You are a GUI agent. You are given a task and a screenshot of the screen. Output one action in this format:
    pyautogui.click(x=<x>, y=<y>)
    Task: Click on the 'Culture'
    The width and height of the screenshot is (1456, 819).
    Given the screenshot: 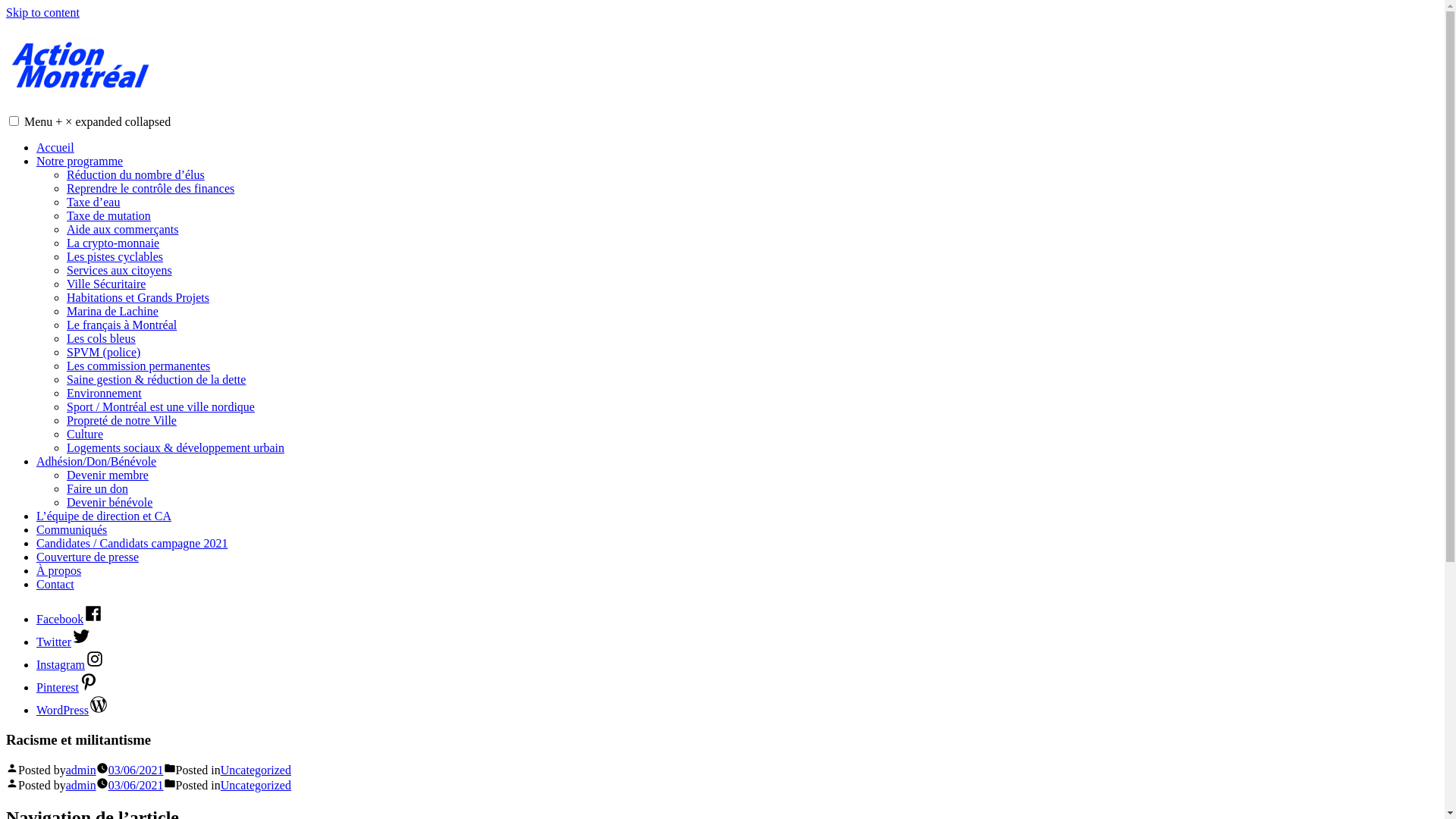 What is the action you would take?
    pyautogui.click(x=83, y=434)
    